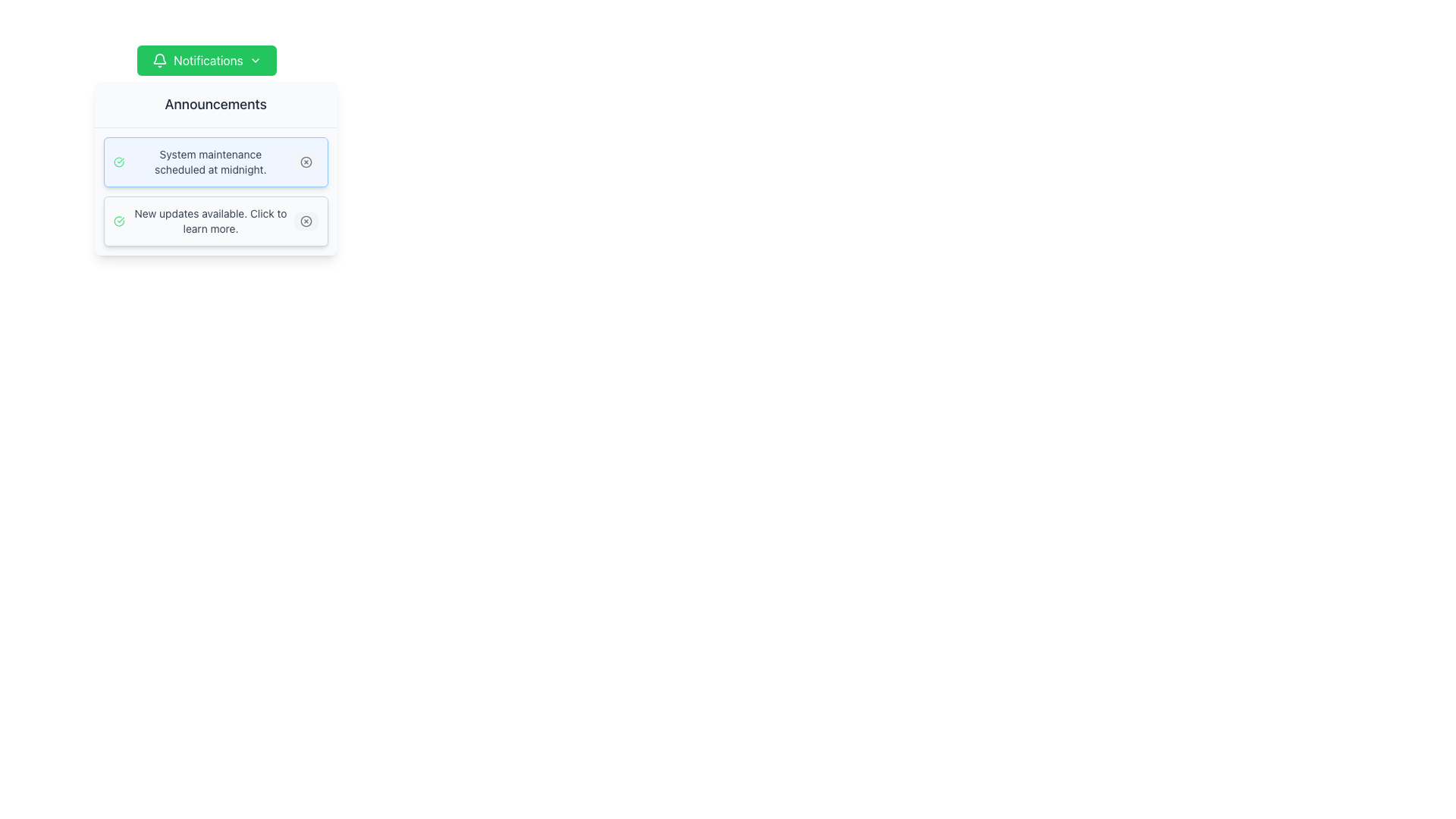 The image size is (1456, 819). I want to click on the first icon (green checkmark) in the second row of the notification card stating 'New updates available. Click to learn more.' located below the 'Announcements' heading in the notifications drop-down interface, so click(118, 221).